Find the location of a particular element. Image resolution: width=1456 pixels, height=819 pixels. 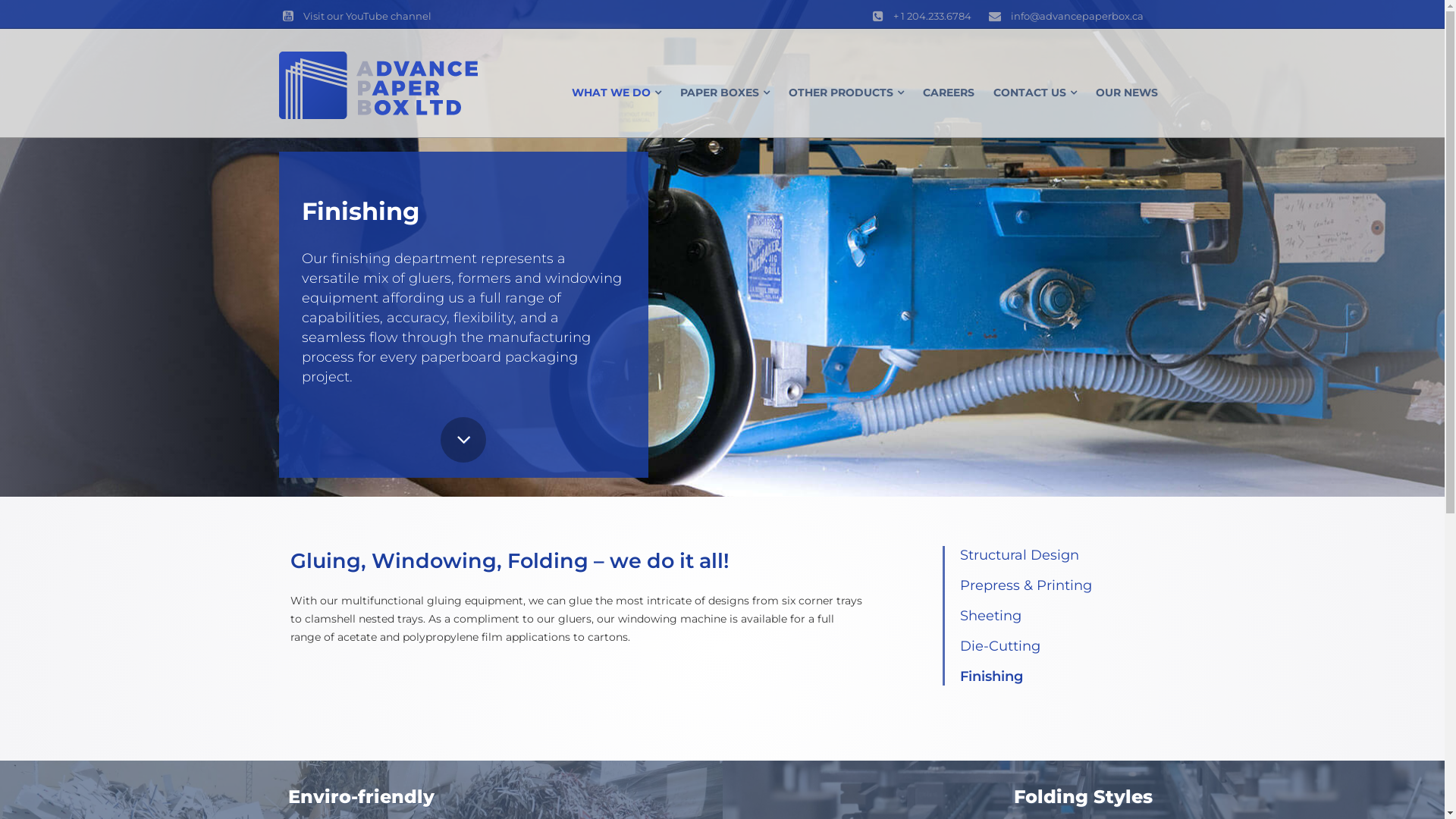

'CONTACT US' is located at coordinates (1034, 93).